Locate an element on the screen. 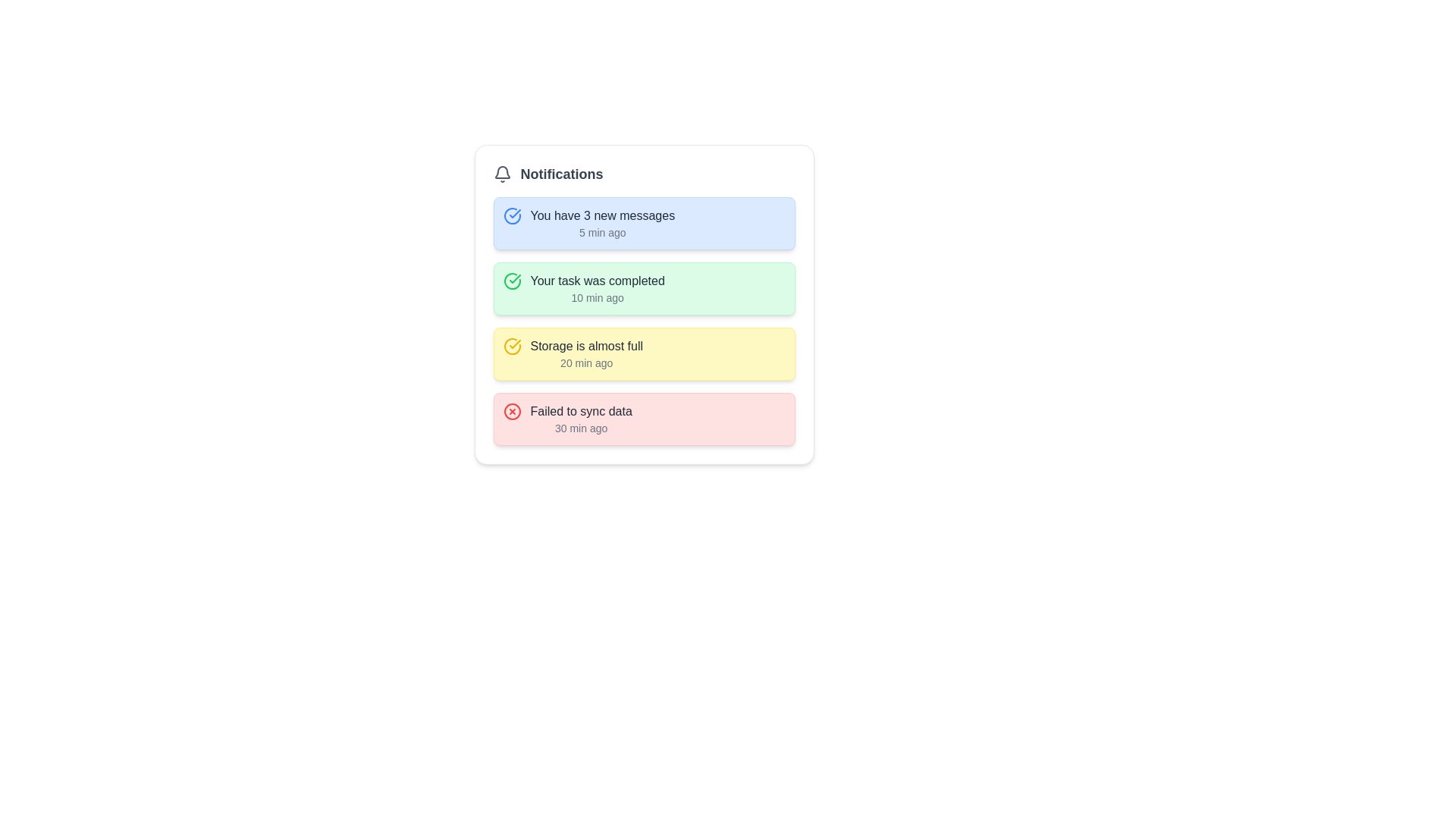  the circular icon outlined in red with a white background, located at the left edge of the fourth notification card in the notifications panel is located at coordinates (512, 412).